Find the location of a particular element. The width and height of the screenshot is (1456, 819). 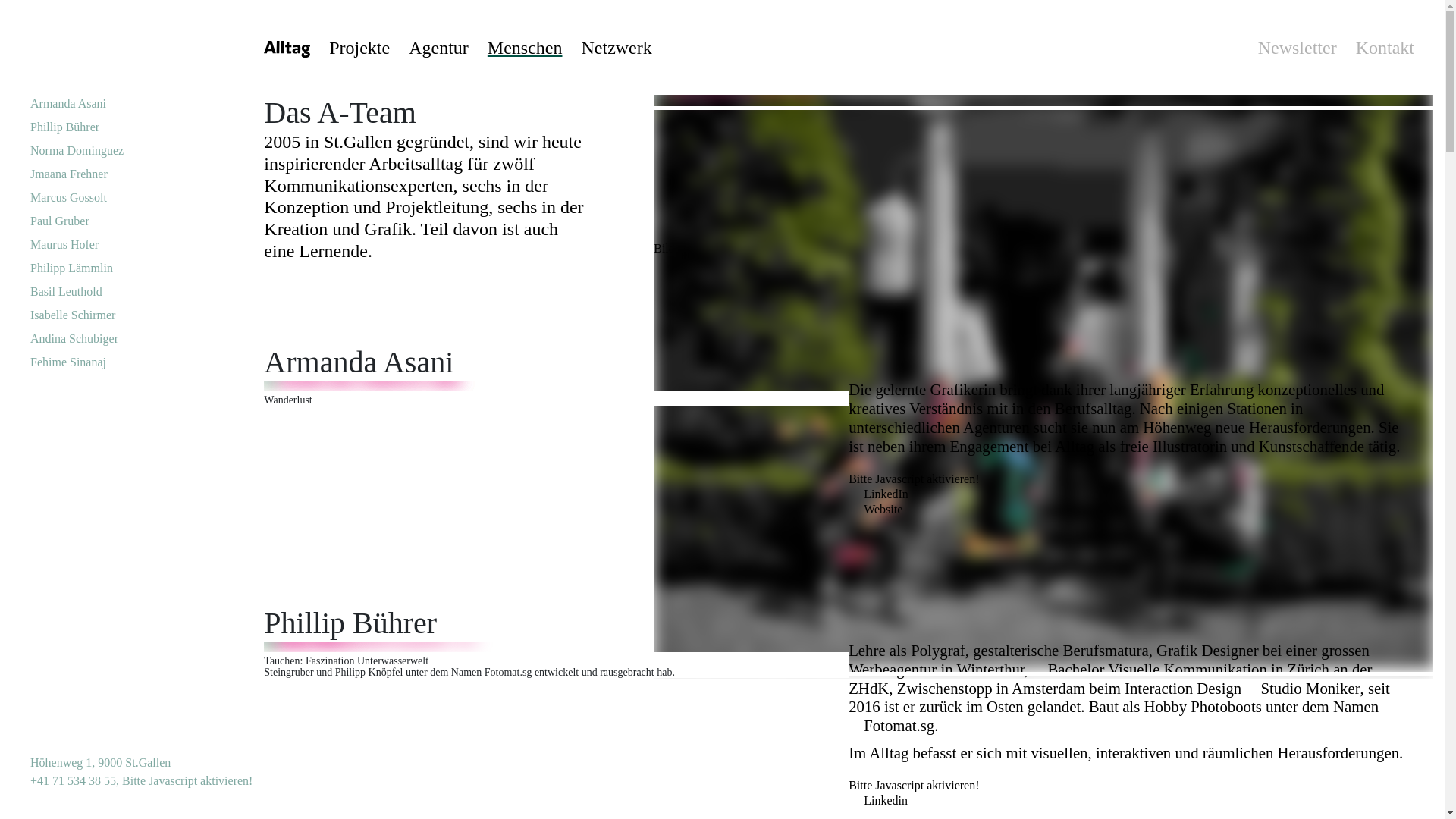

'LinkedIn' is located at coordinates (878, 494).